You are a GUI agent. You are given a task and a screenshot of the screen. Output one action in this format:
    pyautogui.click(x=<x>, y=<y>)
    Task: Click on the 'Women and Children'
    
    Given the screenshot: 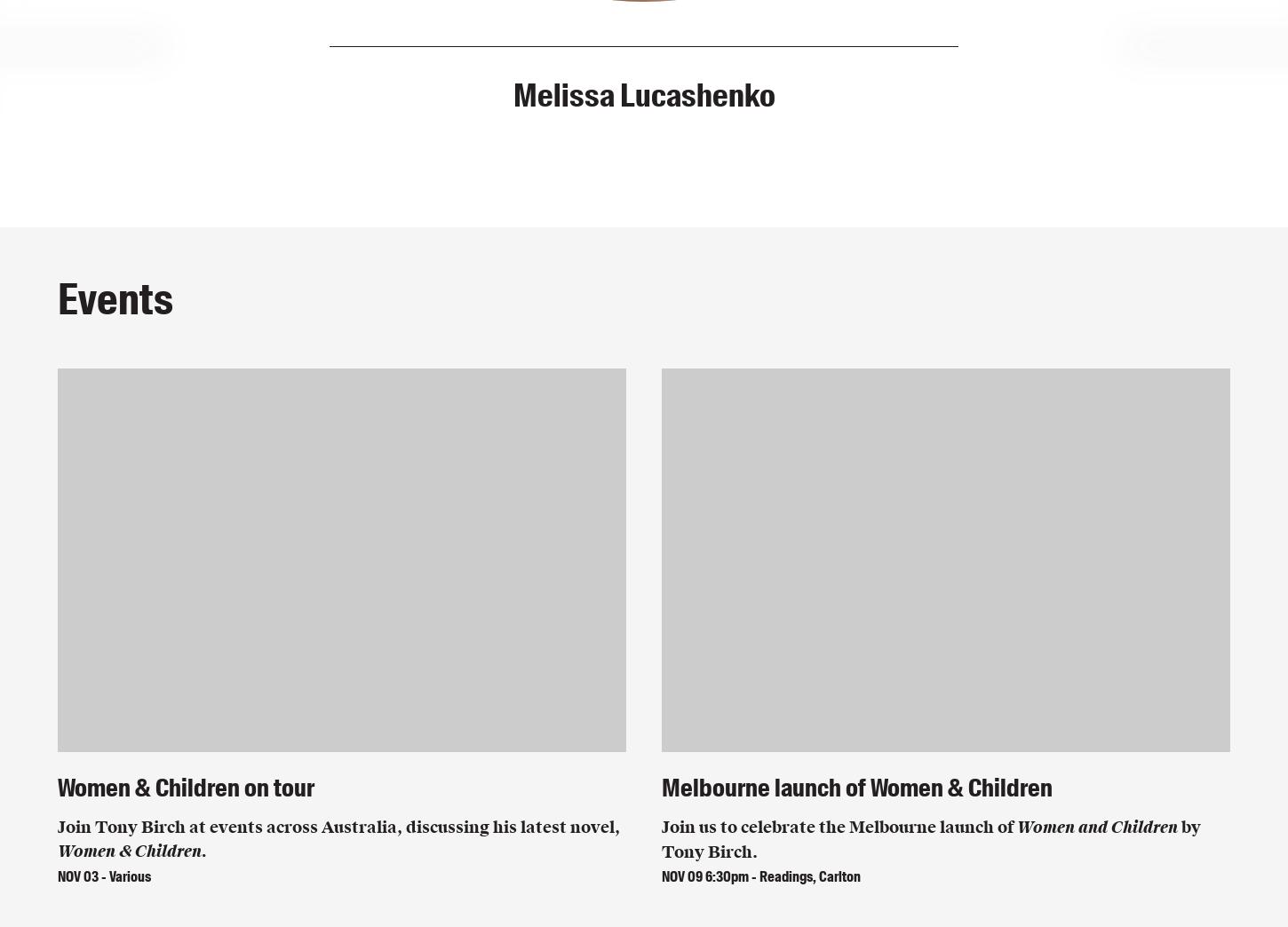 What is the action you would take?
    pyautogui.click(x=1016, y=826)
    